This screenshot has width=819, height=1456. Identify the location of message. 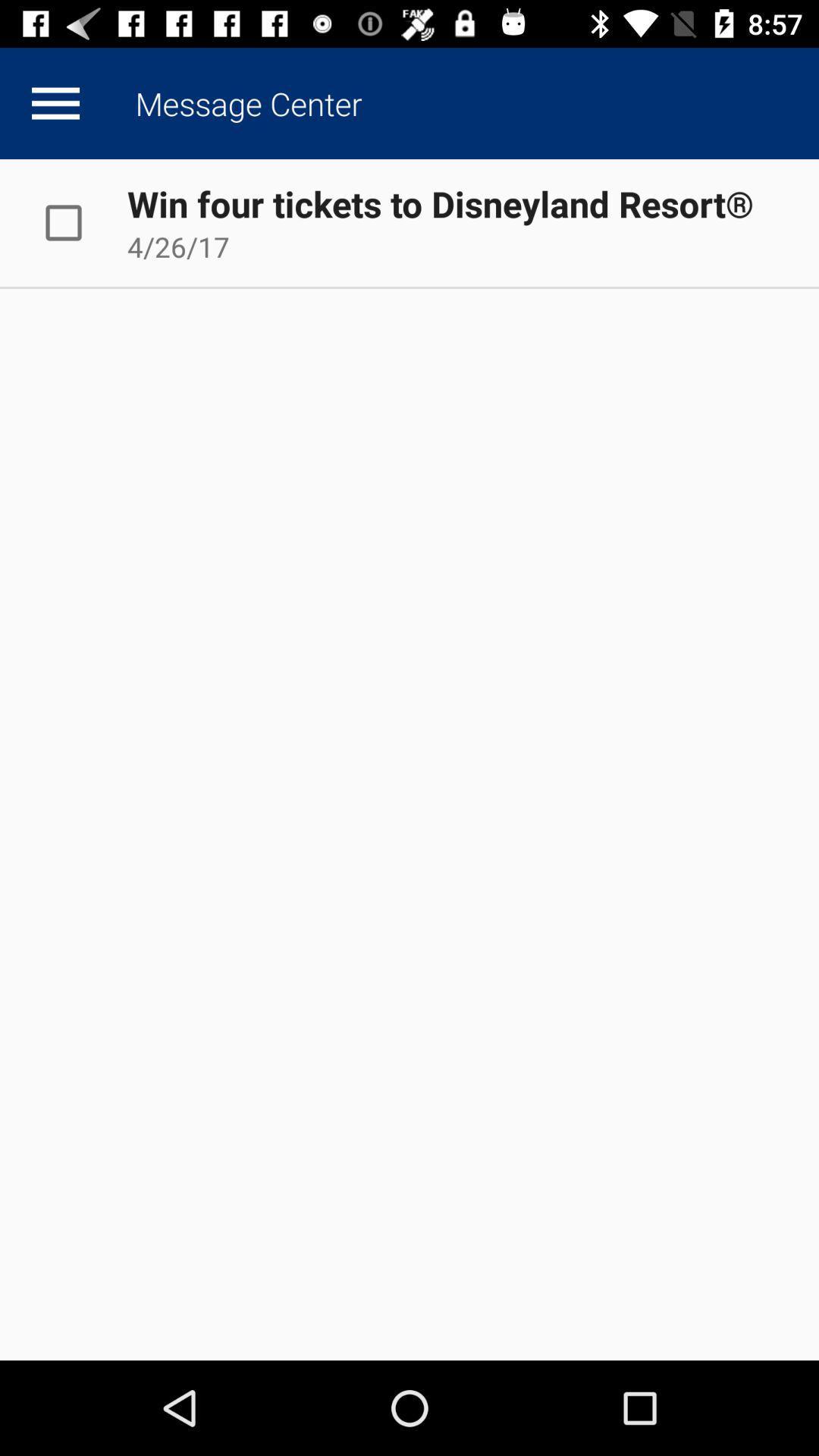
(79, 221).